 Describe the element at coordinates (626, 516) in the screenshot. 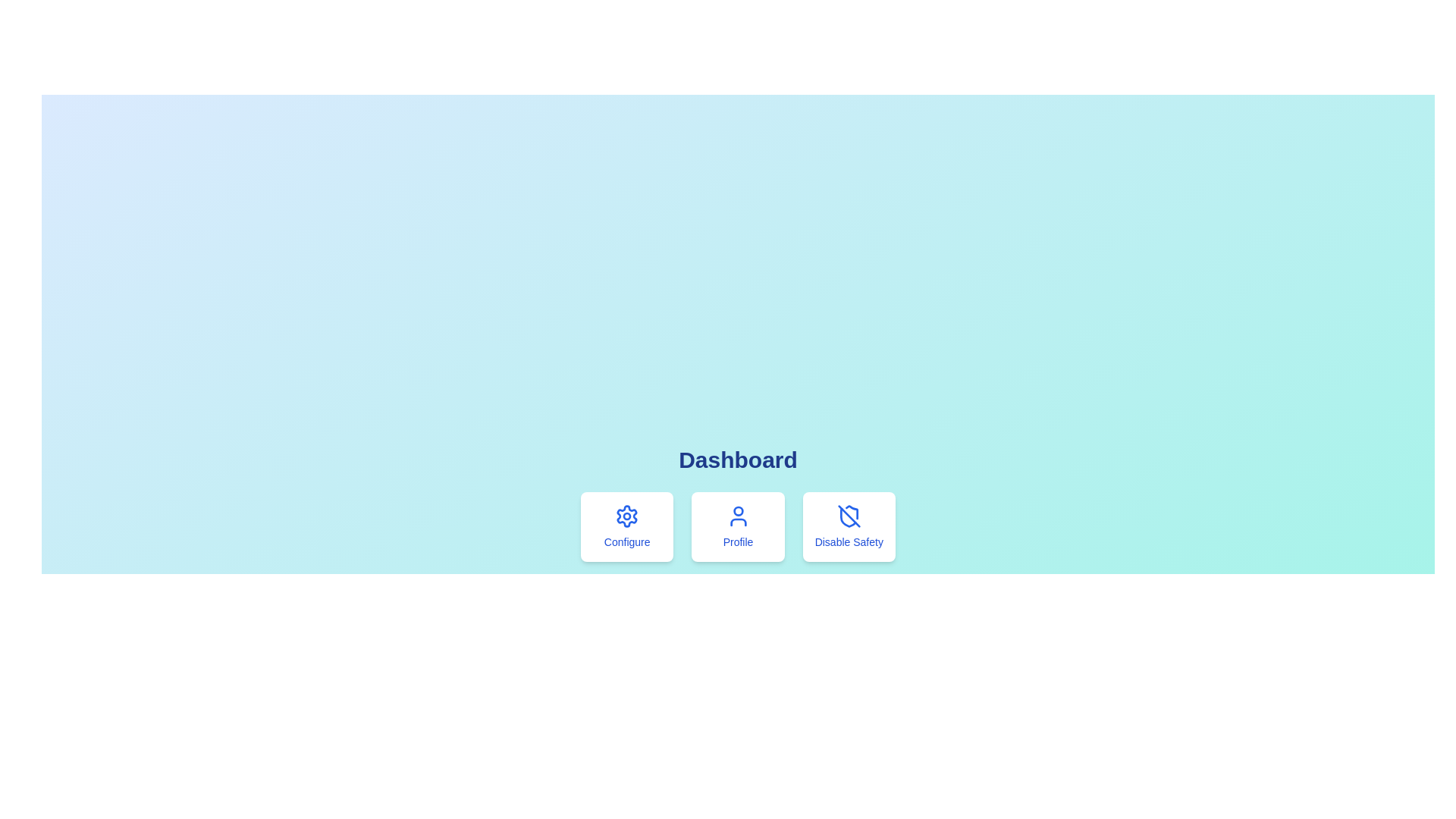

I see `the blue gear-like icon representing settings` at that location.